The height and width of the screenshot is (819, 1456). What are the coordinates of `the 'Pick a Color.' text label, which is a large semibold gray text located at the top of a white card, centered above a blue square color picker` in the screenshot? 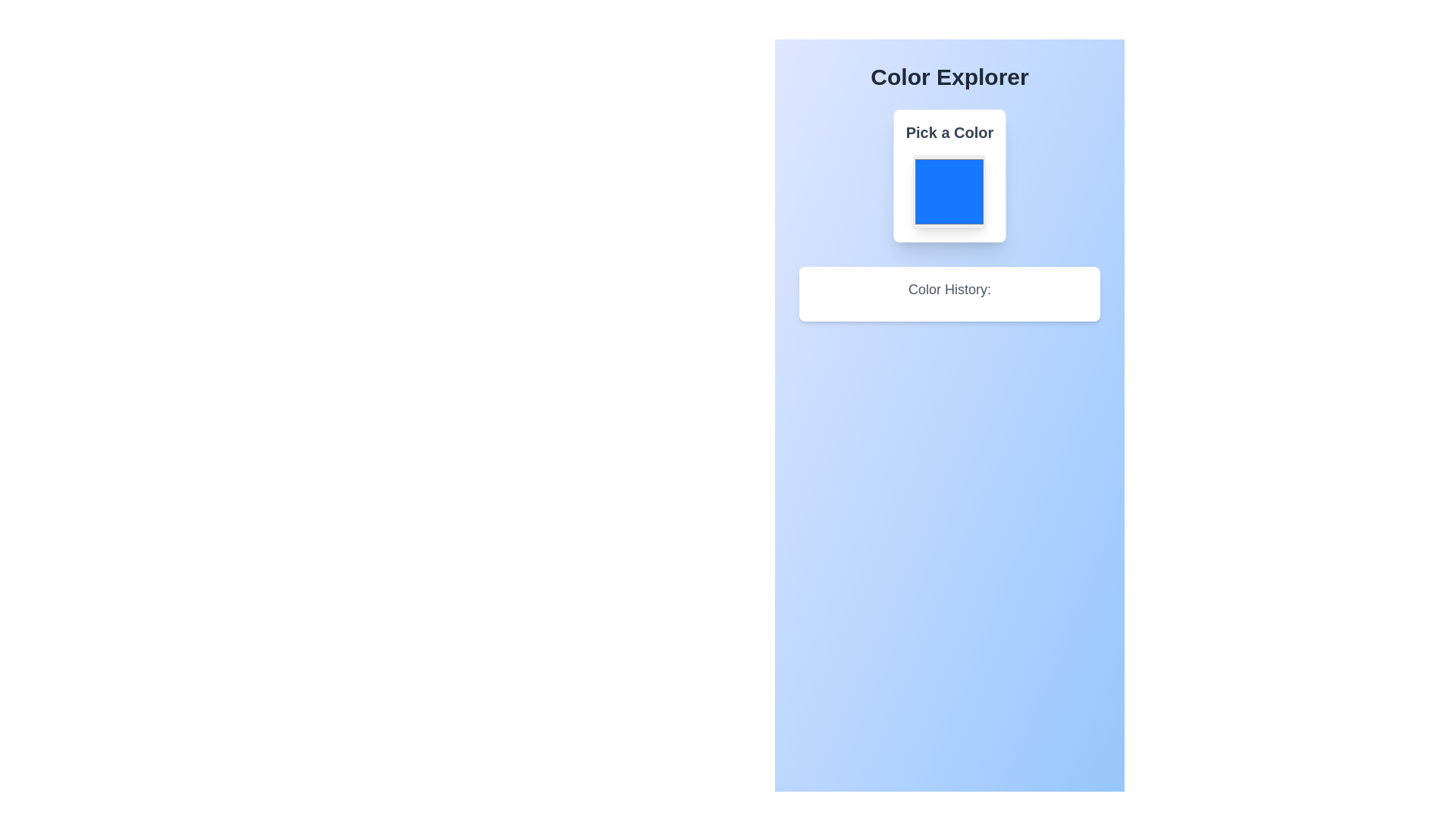 It's located at (949, 131).